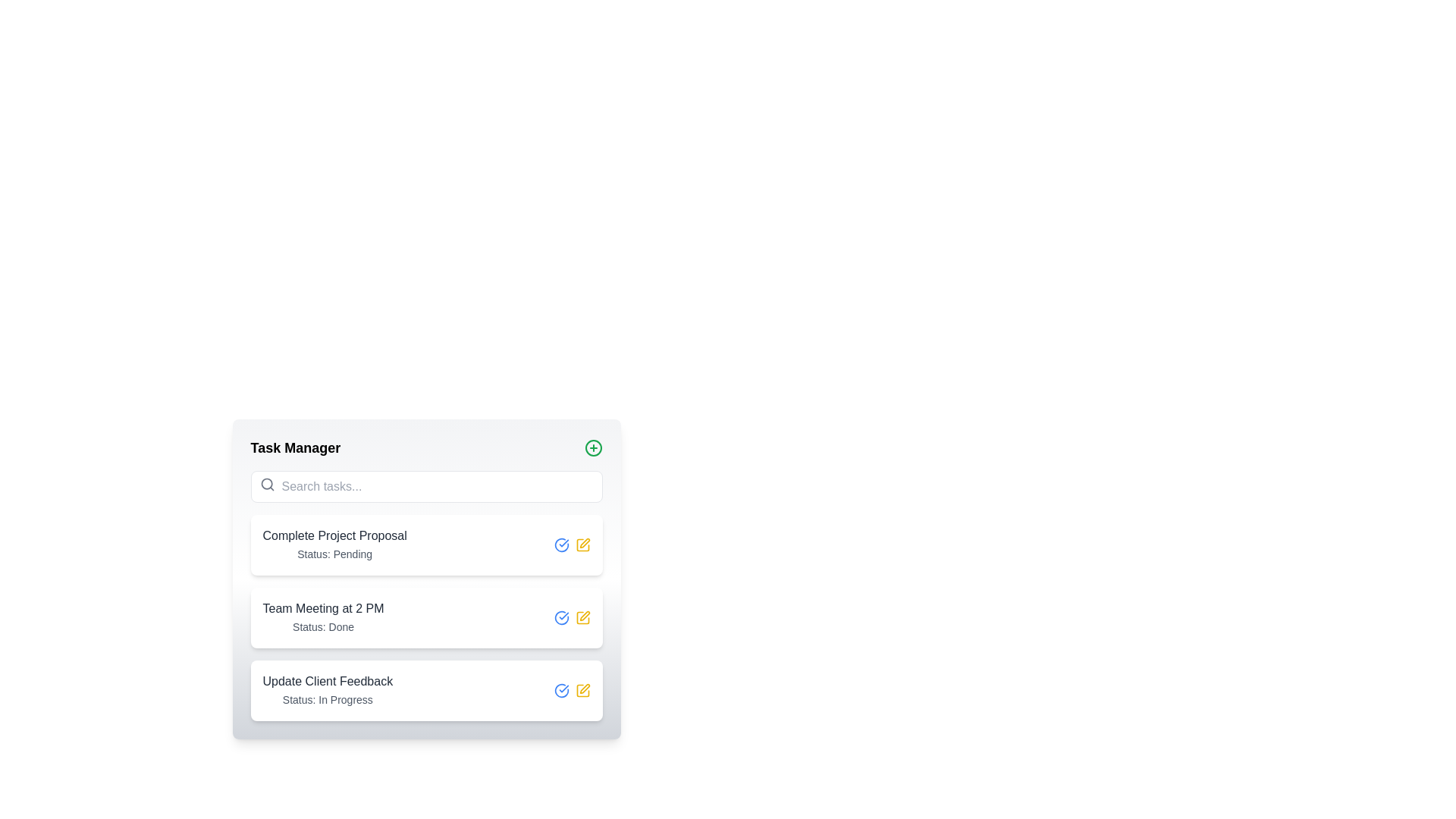 This screenshot has height=819, width=1456. What do you see at coordinates (327, 690) in the screenshot?
I see `title 'Update Client Feedback' and the status 'Status: In Progress' from the text block, which is the third entry in the task list panel` at bounding box center [327, 690].